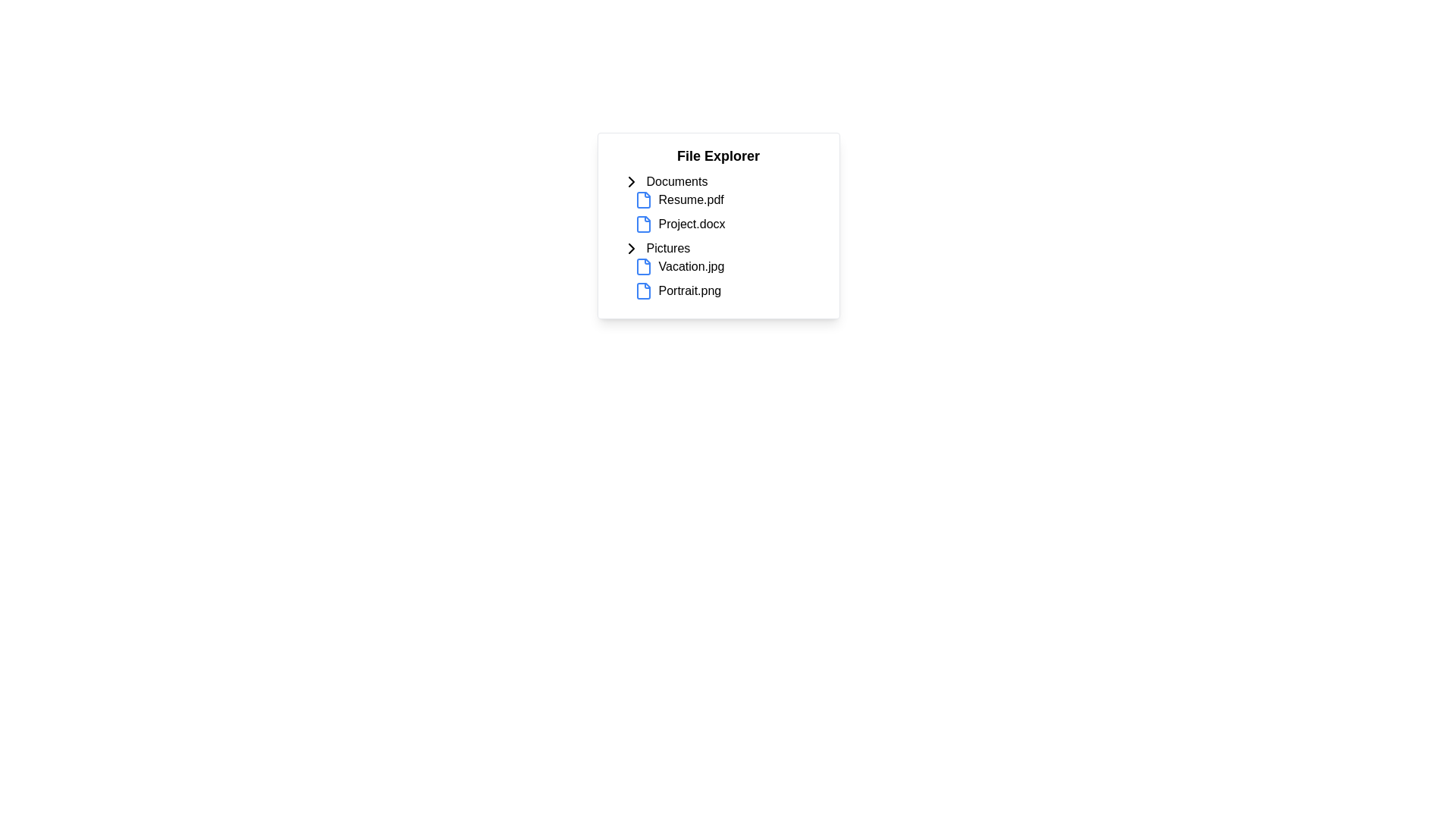 This screenshot has height=819, width=1456. I want to click on the right-chevron icon, so click(631, 247).